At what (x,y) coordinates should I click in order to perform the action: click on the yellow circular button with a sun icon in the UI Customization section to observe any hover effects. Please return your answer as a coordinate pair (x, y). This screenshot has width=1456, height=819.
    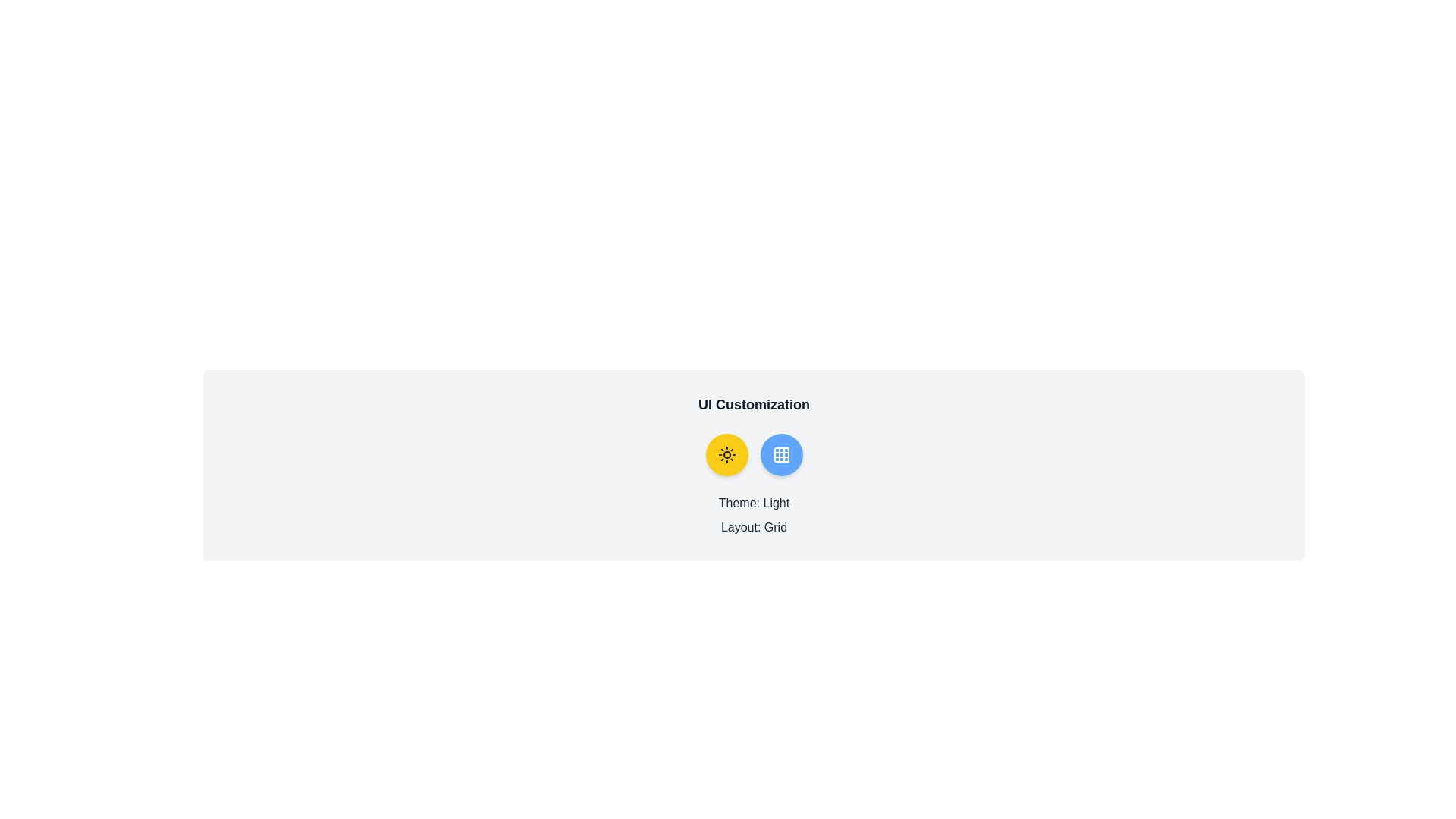
    Looking at the image, I should click on (726, 454).